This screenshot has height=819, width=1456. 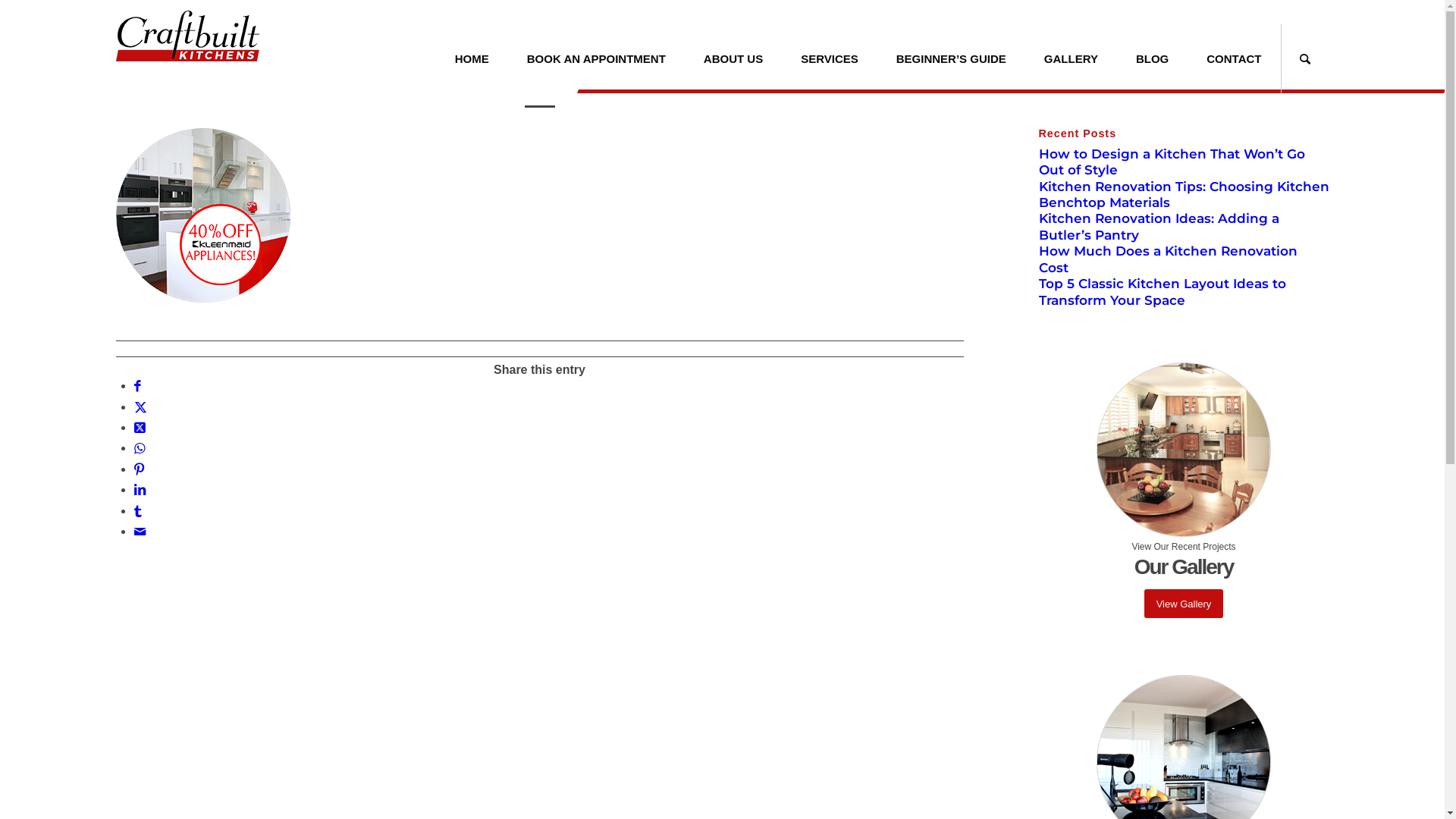 What do you see at coordinates (186, 35) in the screenshot?
I see `'logo'` at bounding box center [186, 35].